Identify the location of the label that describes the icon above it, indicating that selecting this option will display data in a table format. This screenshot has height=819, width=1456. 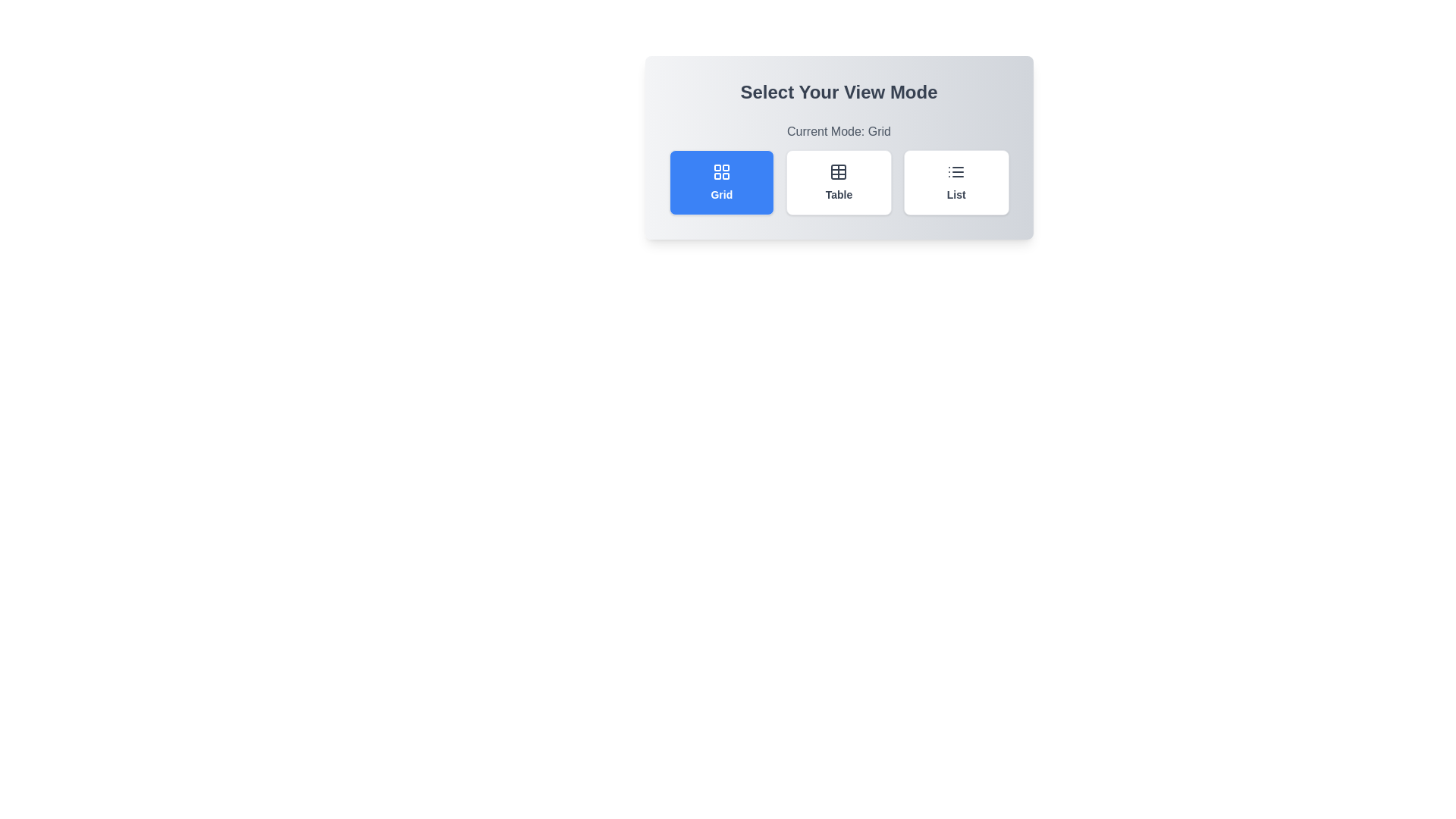
(838, 194).